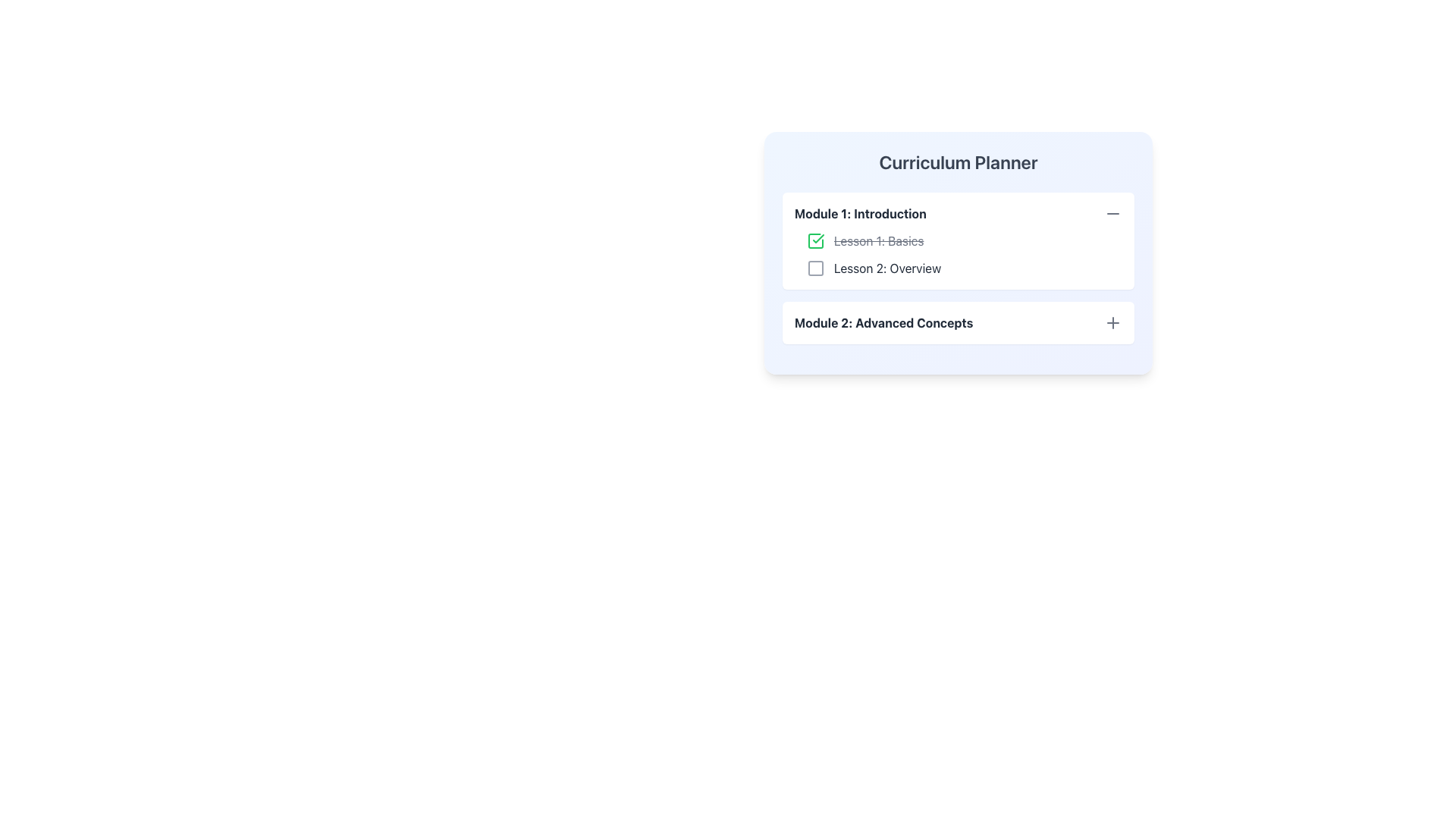  What do you see at coordinates (817, 239) in the screenshot?
I see `the completion icon located in 'Module 1: Introduction', immediately left of the text 'Lesson 1: Basics'` at bounding box center [817, 239].